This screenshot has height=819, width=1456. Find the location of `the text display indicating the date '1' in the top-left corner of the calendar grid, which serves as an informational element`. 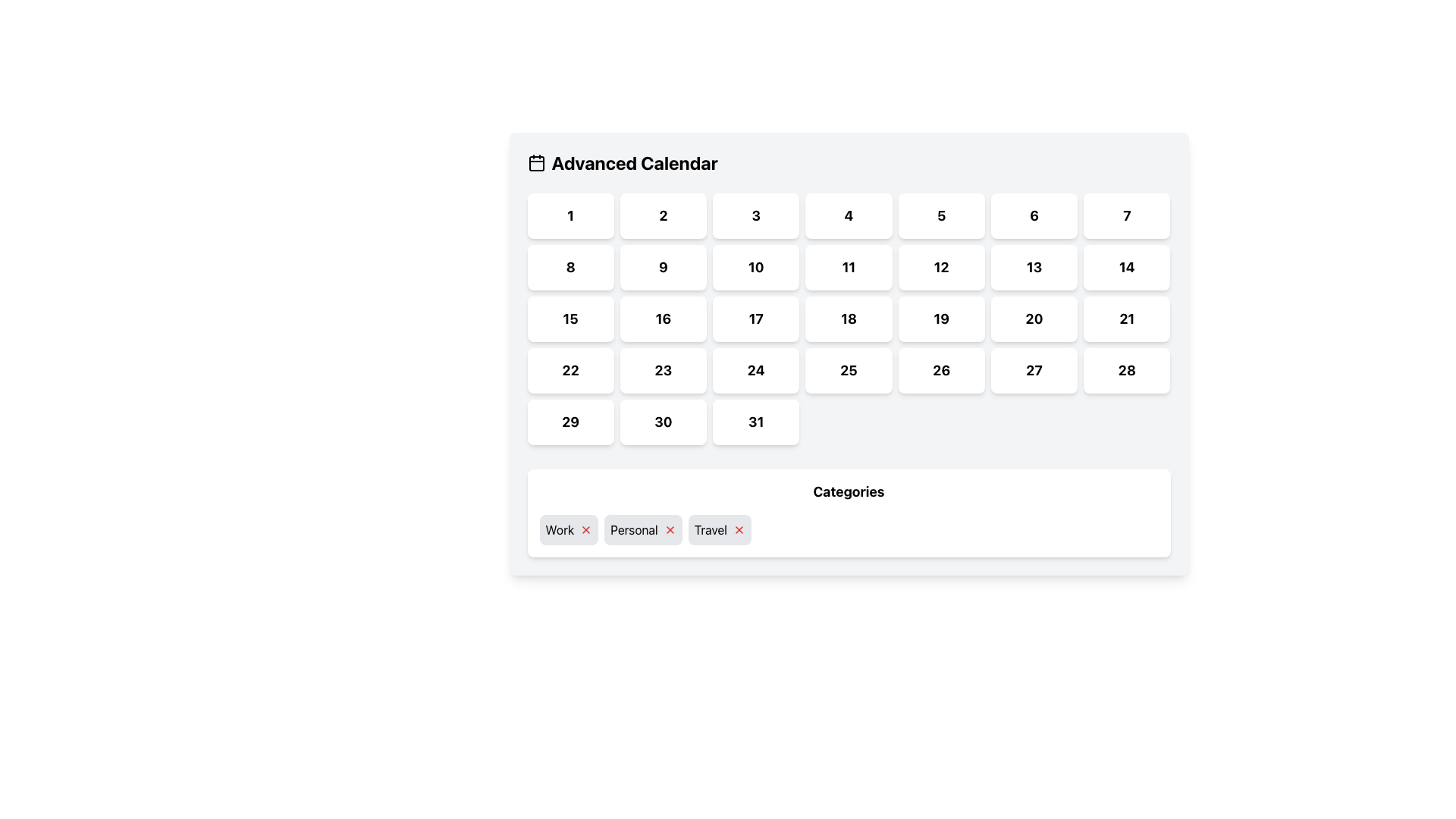

the text display indicating the date '1' in the top-left corner of the calendar grid, which serves as an informational element is located at coordinates (570, 215).